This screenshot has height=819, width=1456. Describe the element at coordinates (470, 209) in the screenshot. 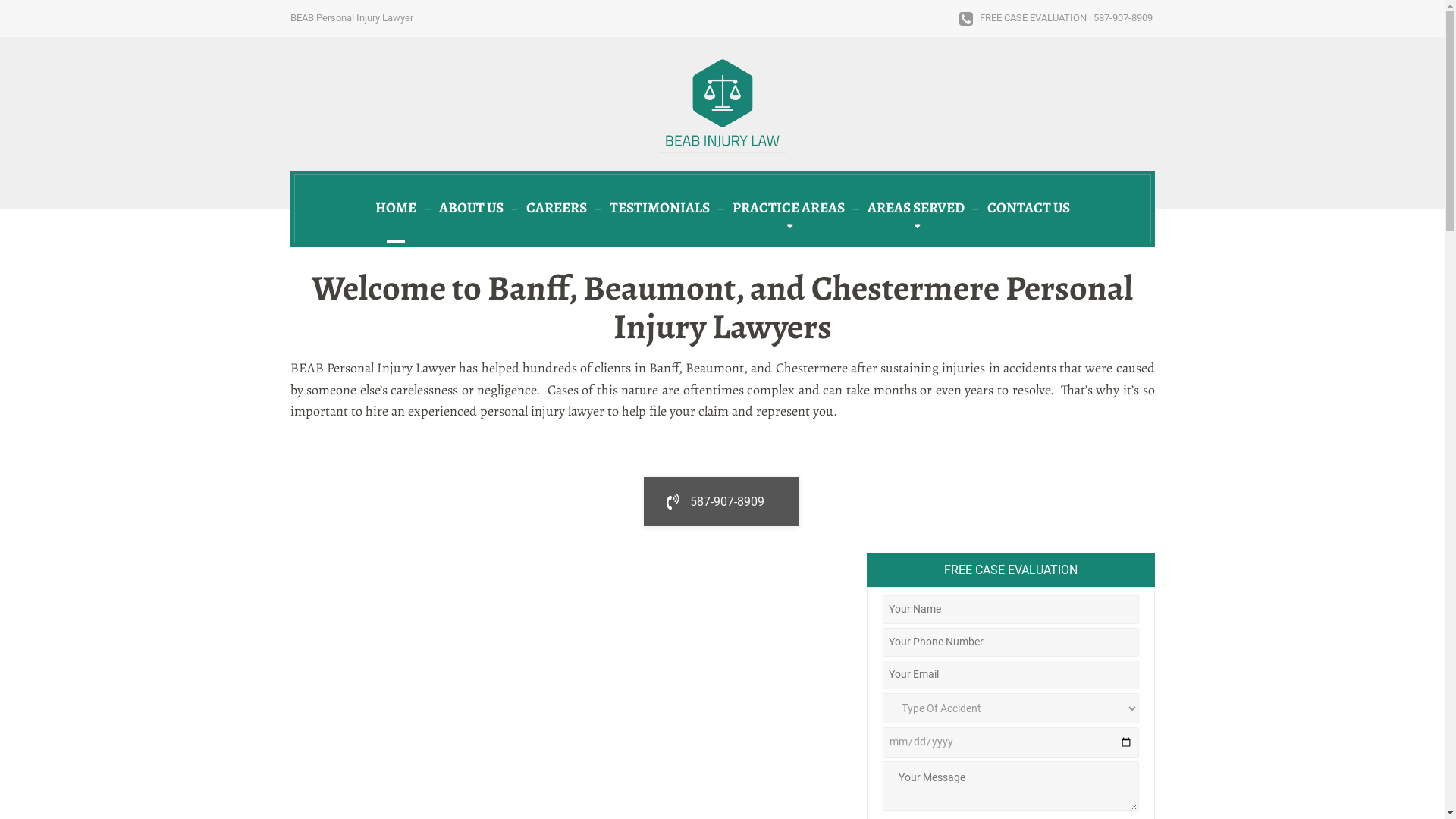

I see `'ABOUT US'` at that location.